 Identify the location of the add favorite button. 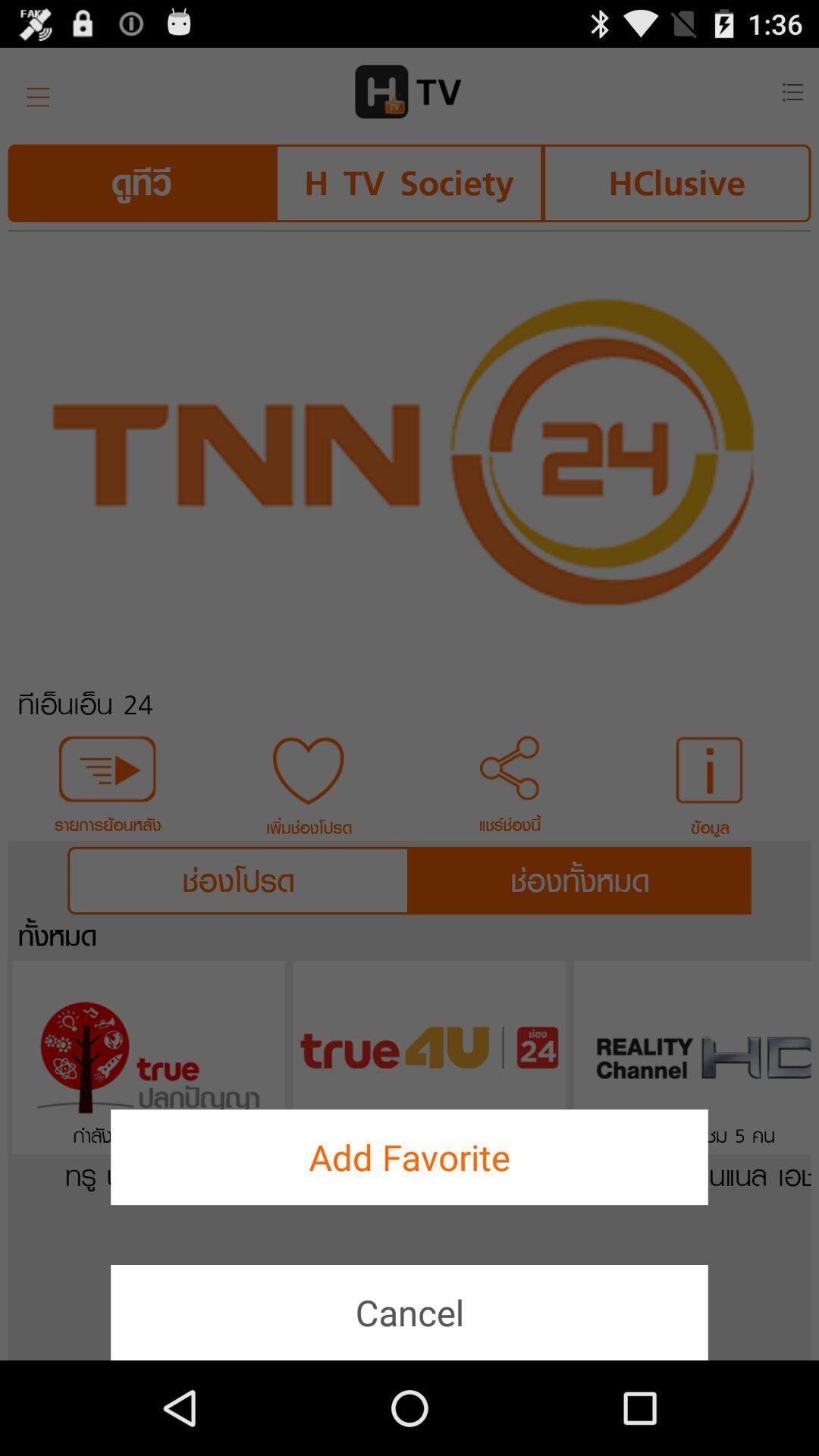
(409, 1156).